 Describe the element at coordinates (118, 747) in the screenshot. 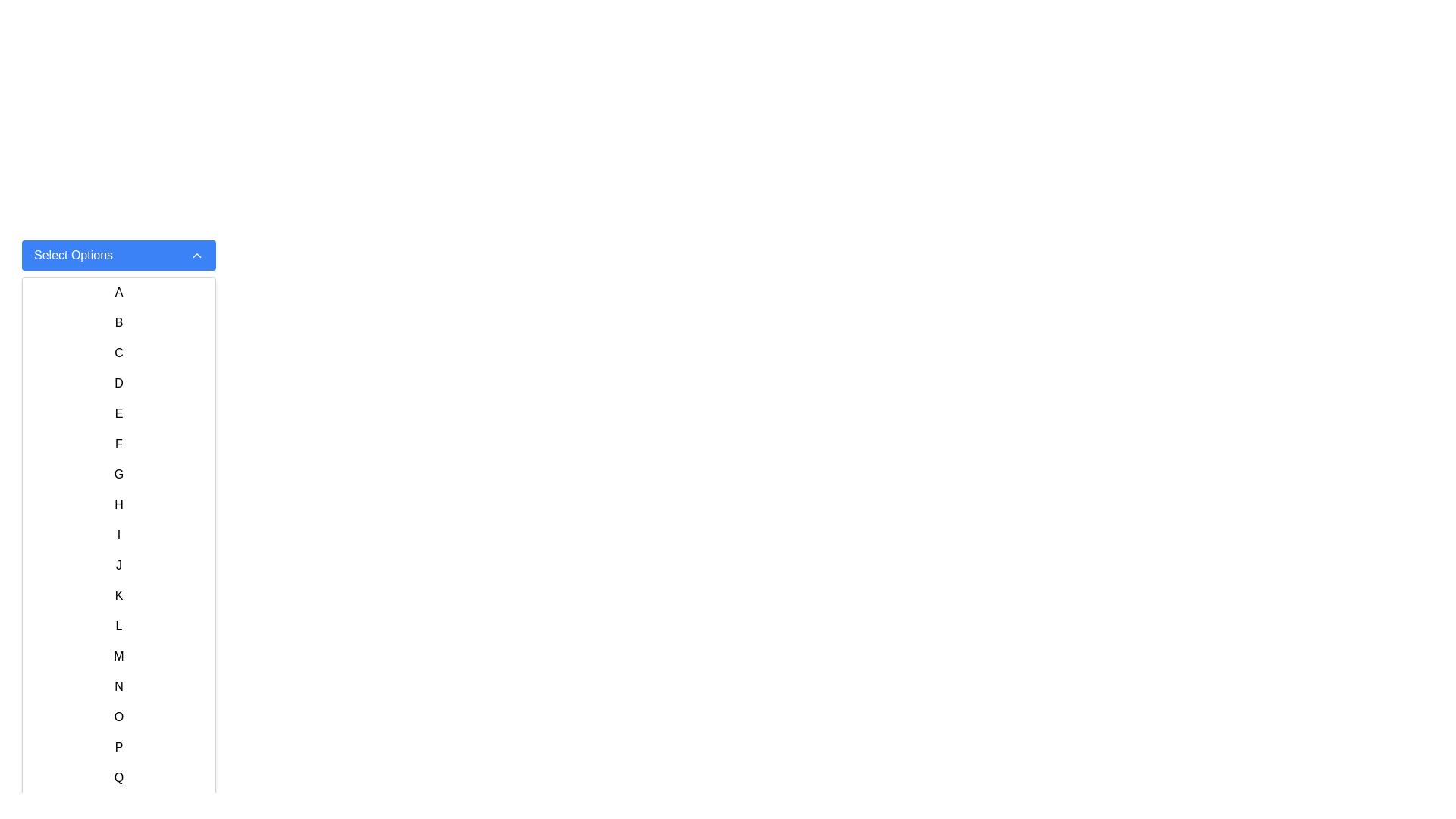

I see `to select the letter 'P' from the dropdown menu, which is the sixteenth item in a vertical list of single-letter elements` at that location.